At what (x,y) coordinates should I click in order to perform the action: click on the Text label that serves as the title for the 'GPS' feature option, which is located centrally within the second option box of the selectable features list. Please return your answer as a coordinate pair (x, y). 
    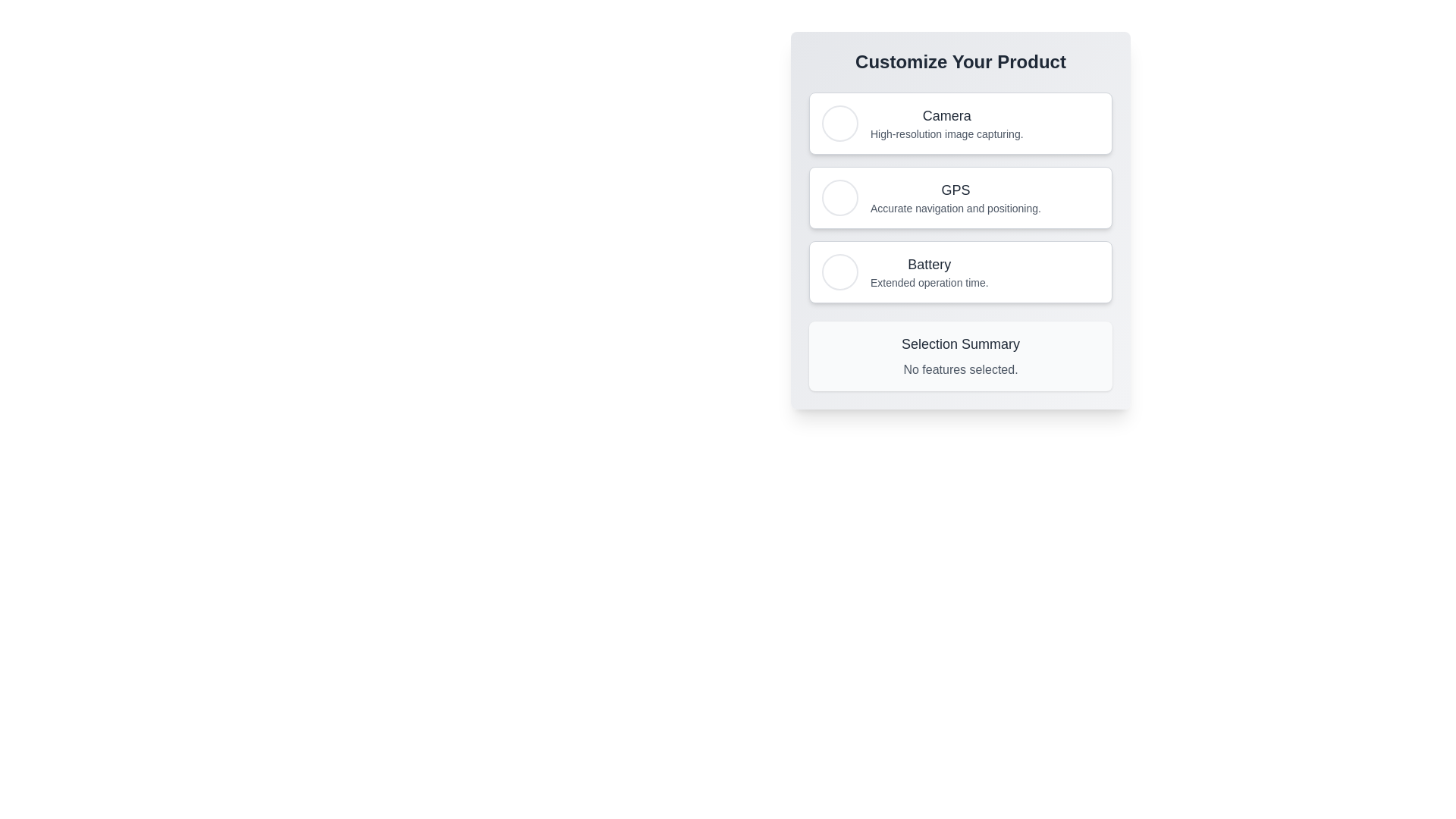
    Looking at the image, I should click on (955, 189).